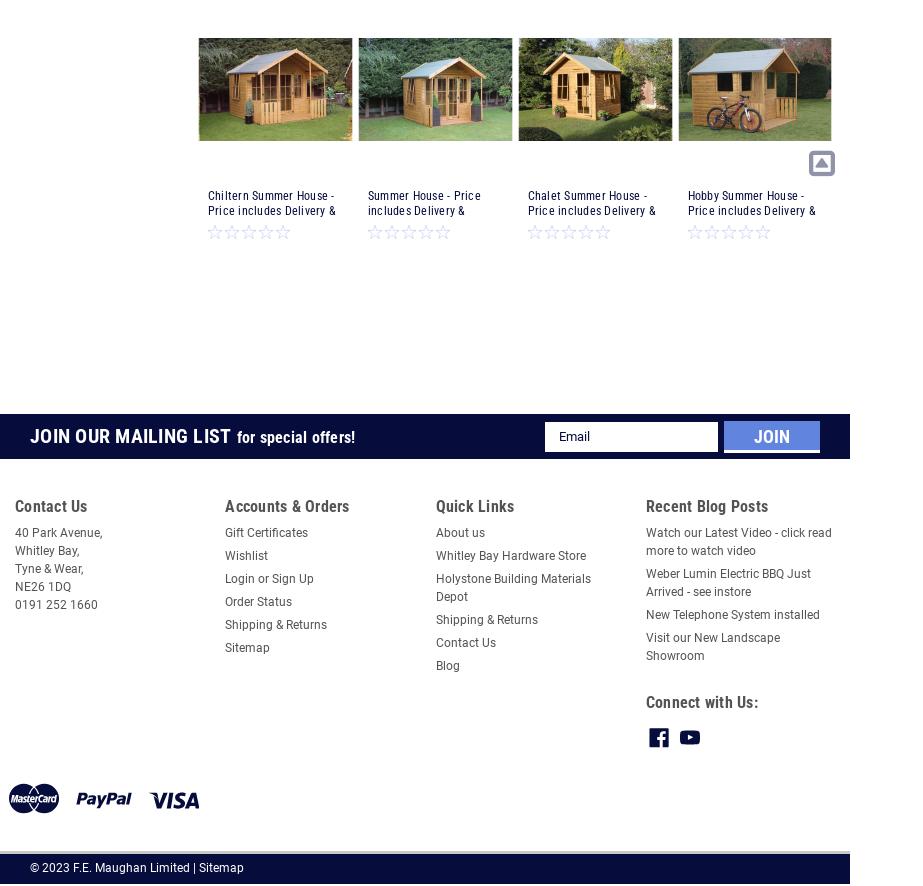 The height and width of the screenshot is (886, 923). What do you see at coordinates (15, 532) in the screenshot?
I see `'40 Park Avenue,'` at bounding box center [15, 532].